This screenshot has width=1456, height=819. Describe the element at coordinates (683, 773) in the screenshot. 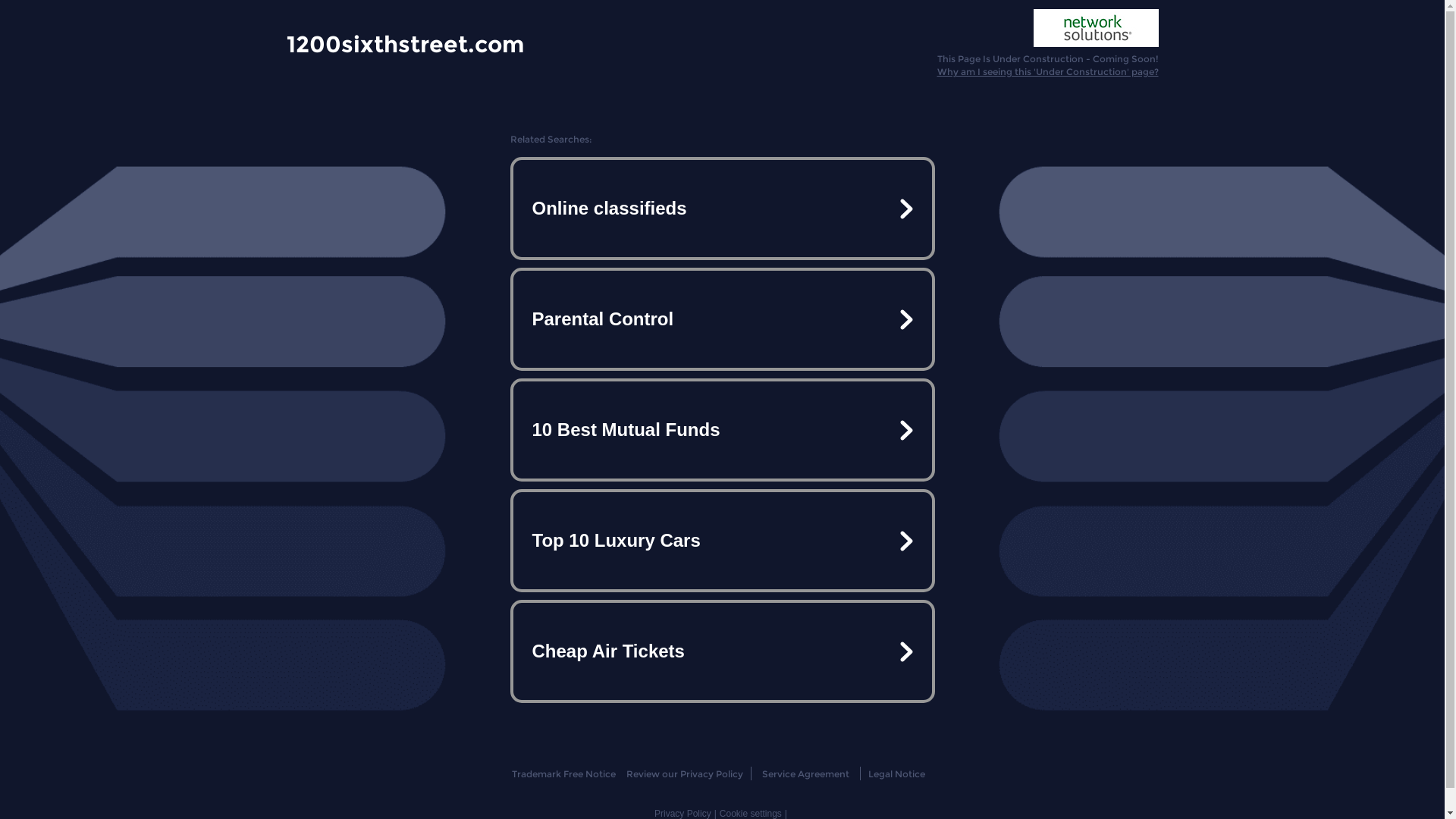

I see `'Review our Privacy Policy'` at that location.